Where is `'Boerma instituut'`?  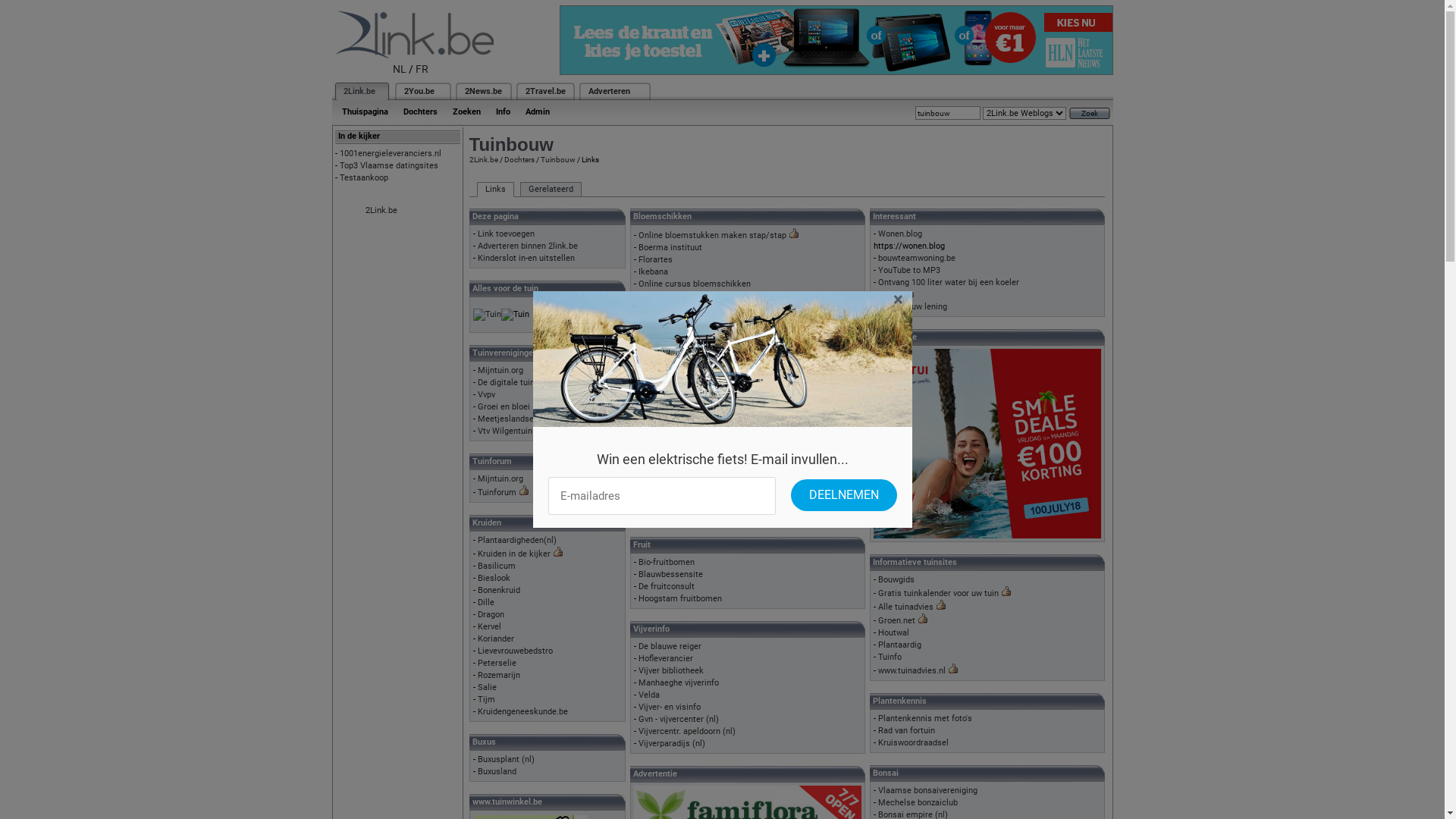 'Boerma instituut' is located at coordinates (669, 246).